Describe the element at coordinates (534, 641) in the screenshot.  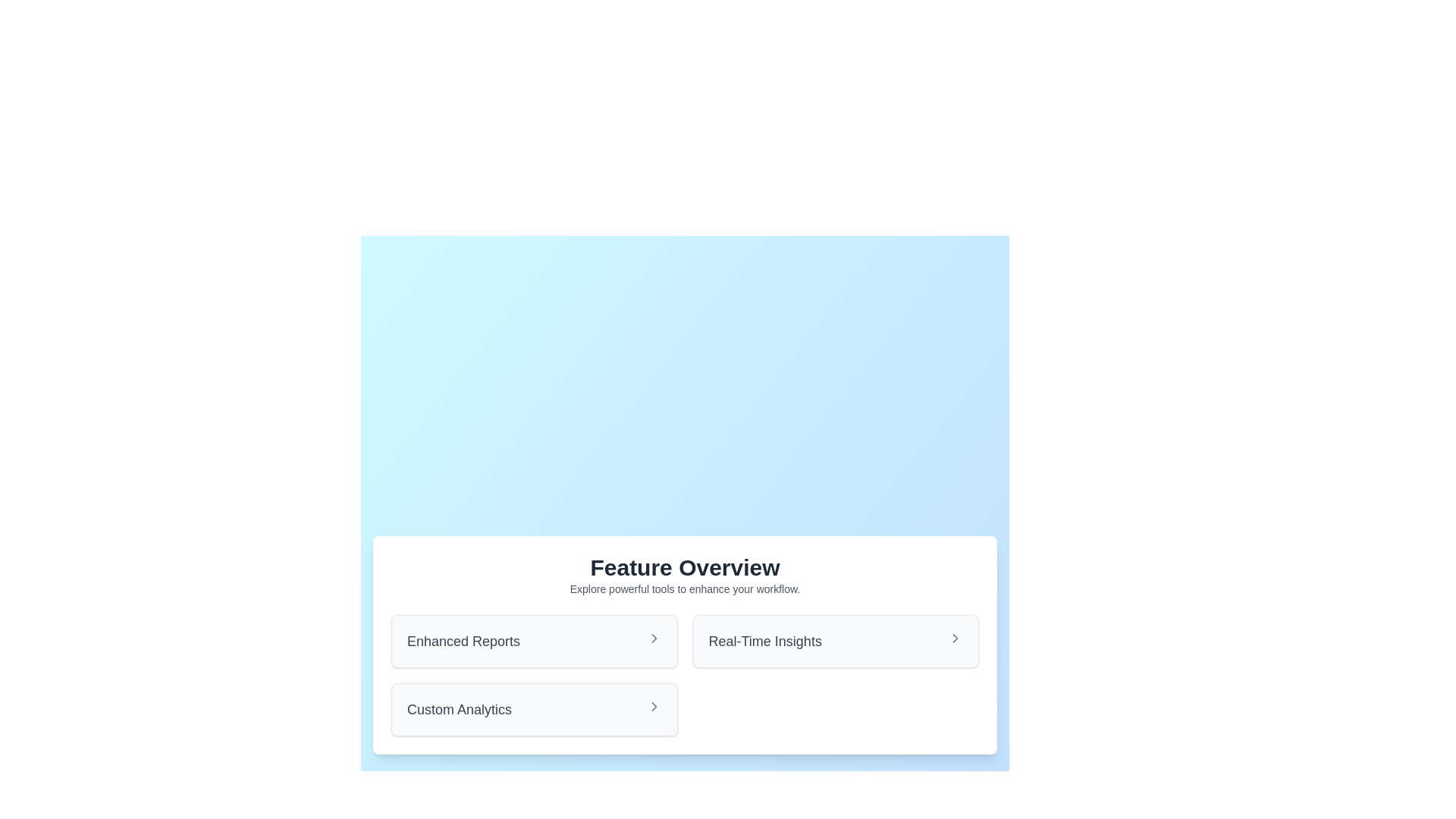
I see `the Navigation card in the top-left section of the grid` at that location.